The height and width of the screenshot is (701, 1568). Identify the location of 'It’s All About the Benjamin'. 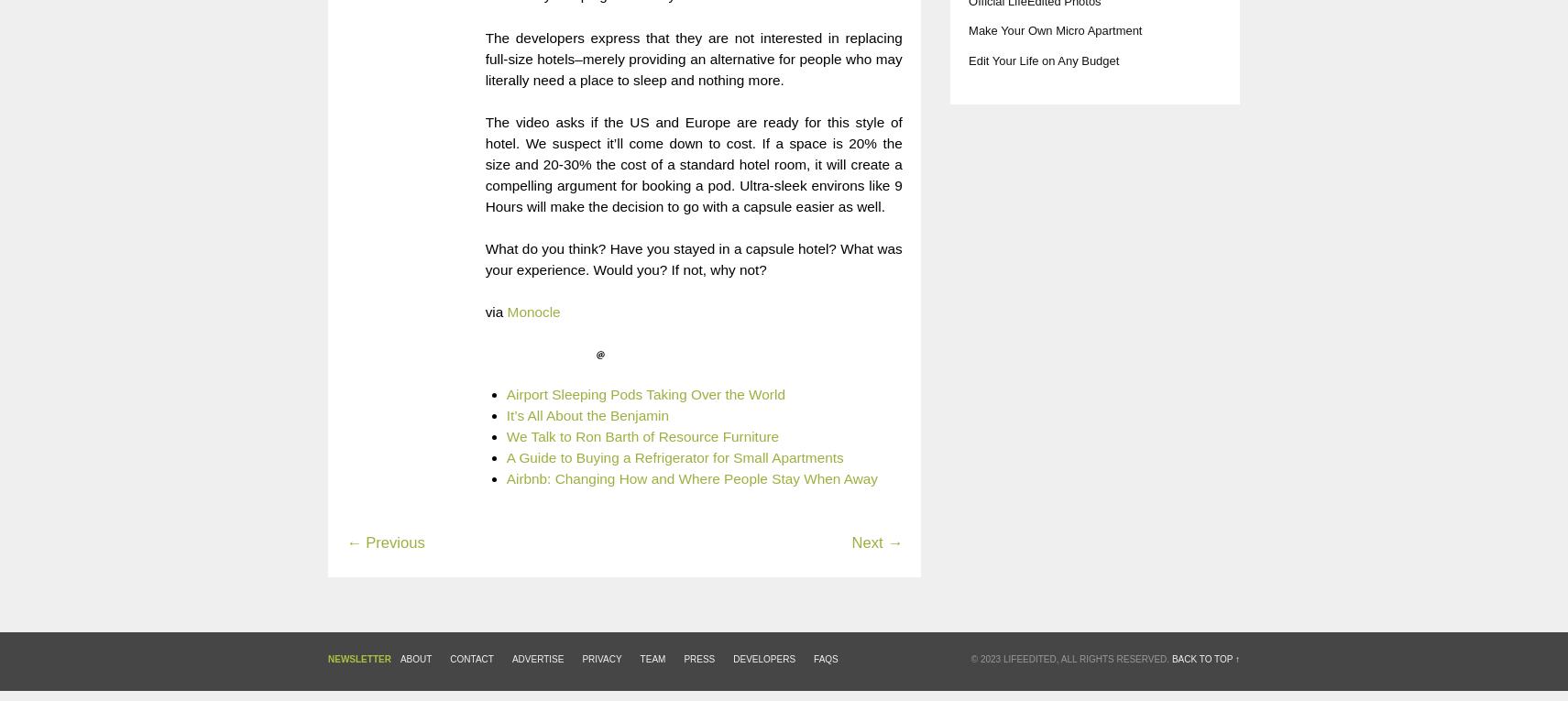
(586, 414).